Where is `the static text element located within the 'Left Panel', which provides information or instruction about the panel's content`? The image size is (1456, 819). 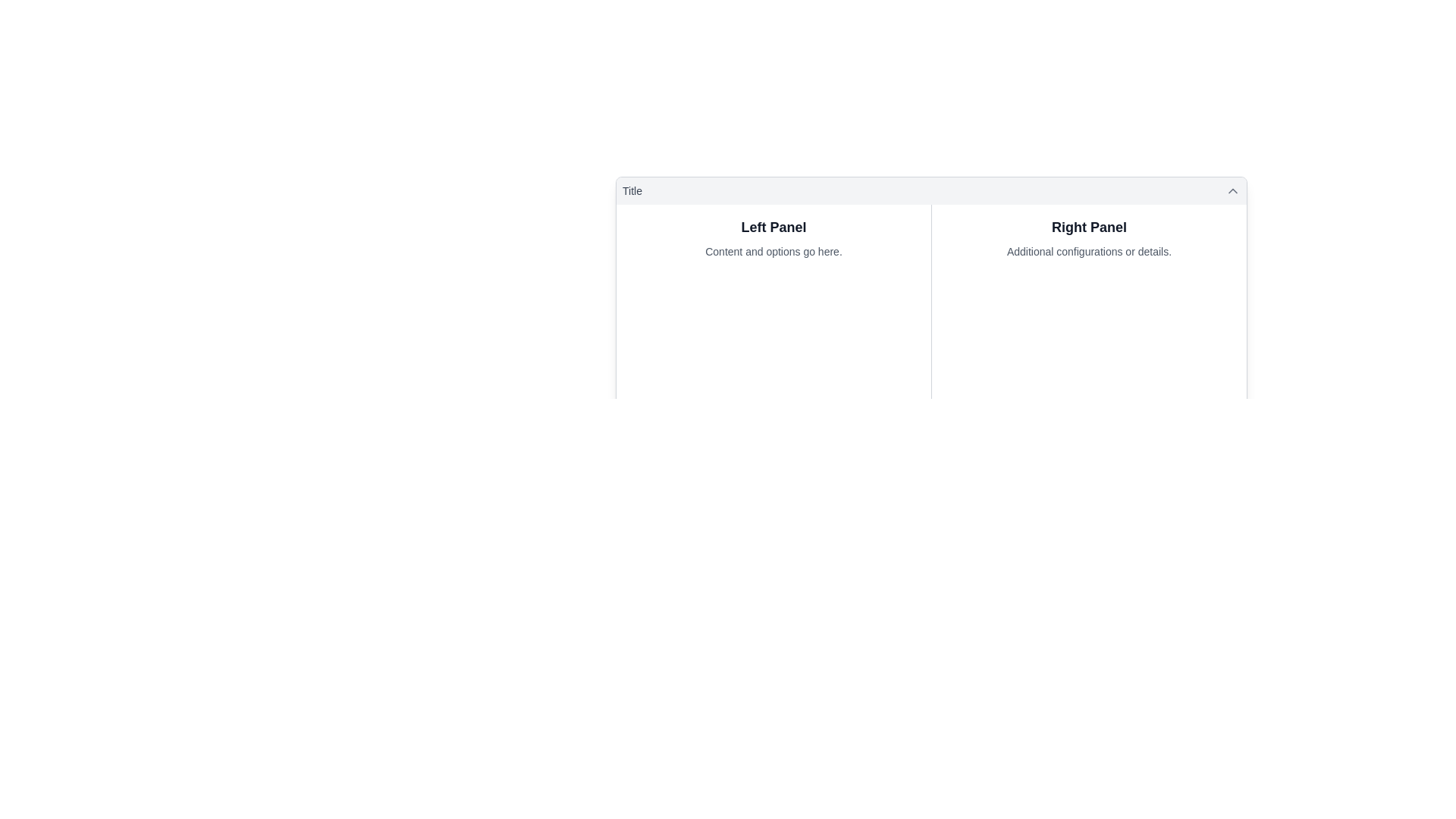
the static text element located within the 'Left Panel', which provides information or instruction about the panel's content is located at coordinates (773, 250).